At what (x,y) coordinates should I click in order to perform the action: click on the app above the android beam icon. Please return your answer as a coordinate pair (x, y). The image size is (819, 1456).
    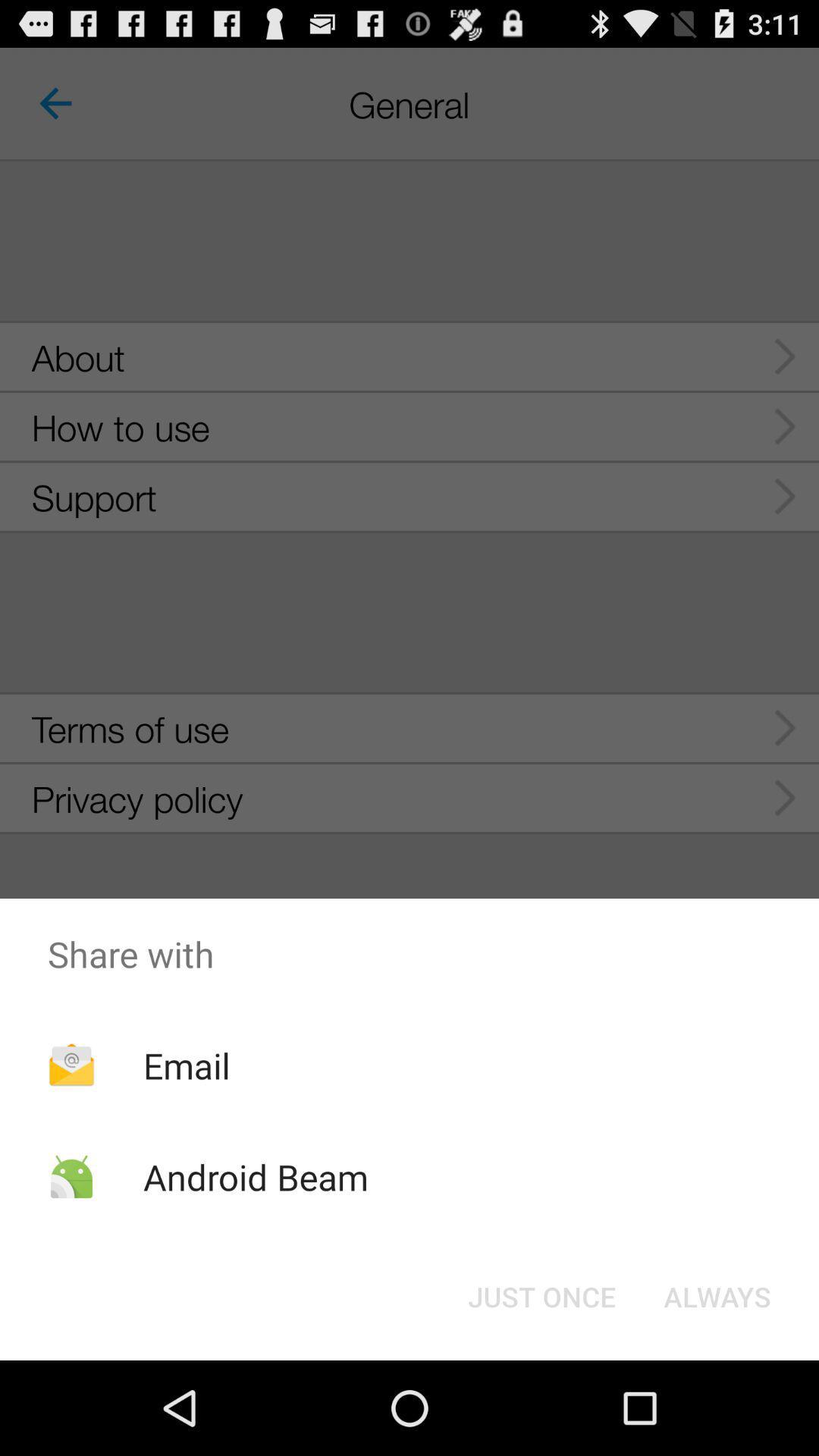
    Looking at the image, I should click on (186, 1065).